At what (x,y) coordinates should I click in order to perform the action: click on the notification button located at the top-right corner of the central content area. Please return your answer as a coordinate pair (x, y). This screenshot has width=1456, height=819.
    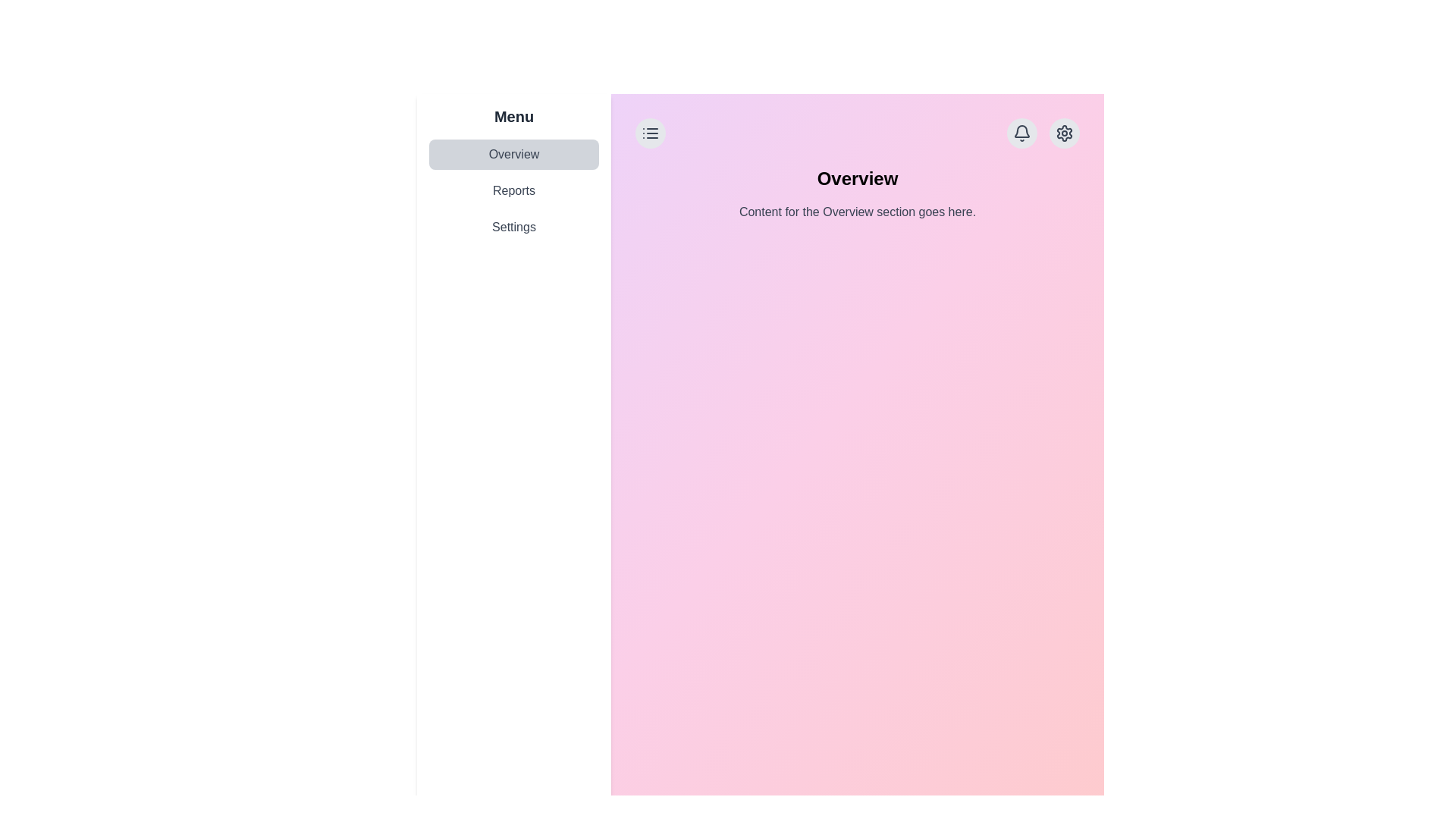
    Looking at the image, I should click on (1022, 133).